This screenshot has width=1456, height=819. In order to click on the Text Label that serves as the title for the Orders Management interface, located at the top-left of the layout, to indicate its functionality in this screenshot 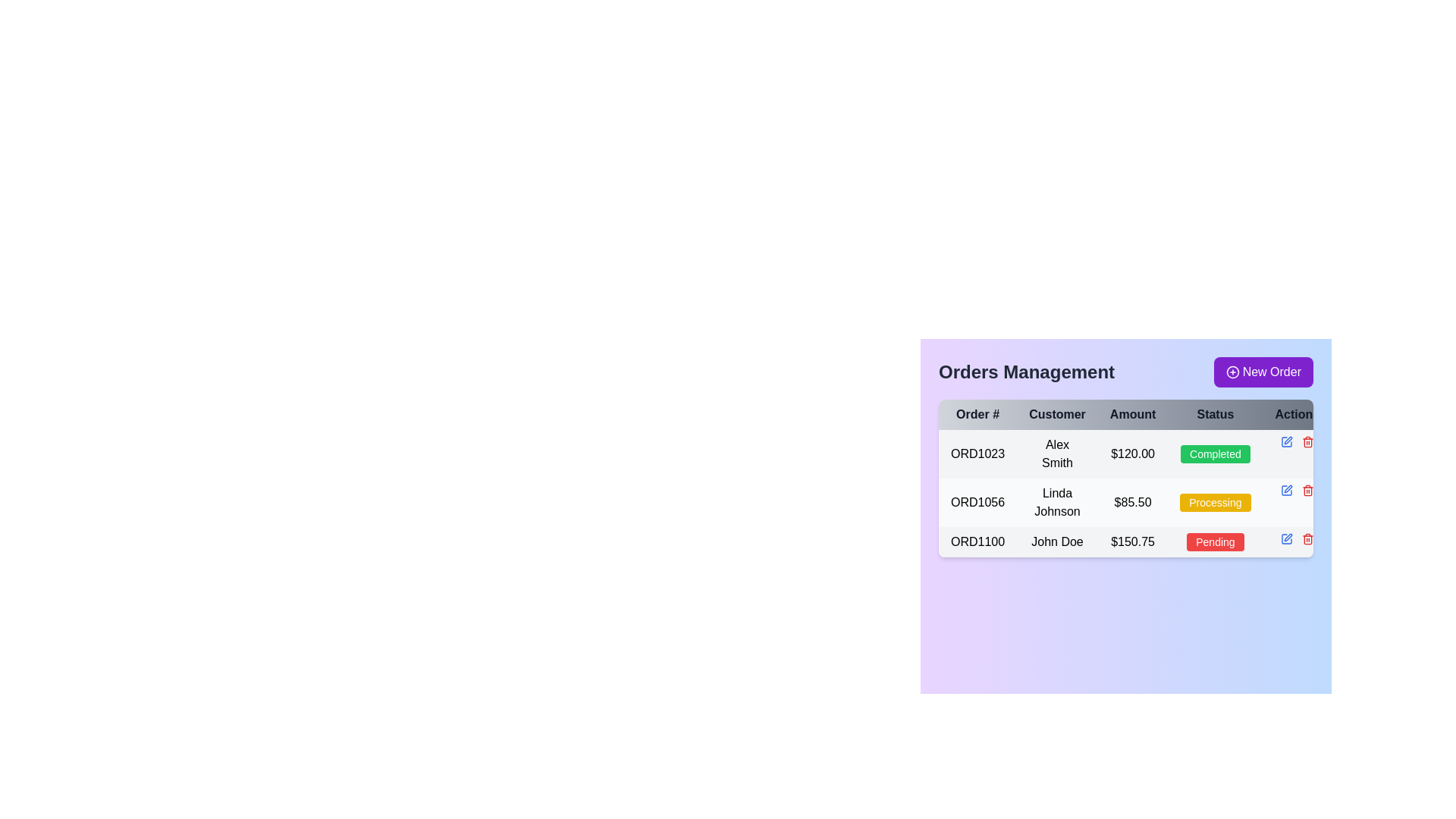, I will do `click(1026, 372)`.